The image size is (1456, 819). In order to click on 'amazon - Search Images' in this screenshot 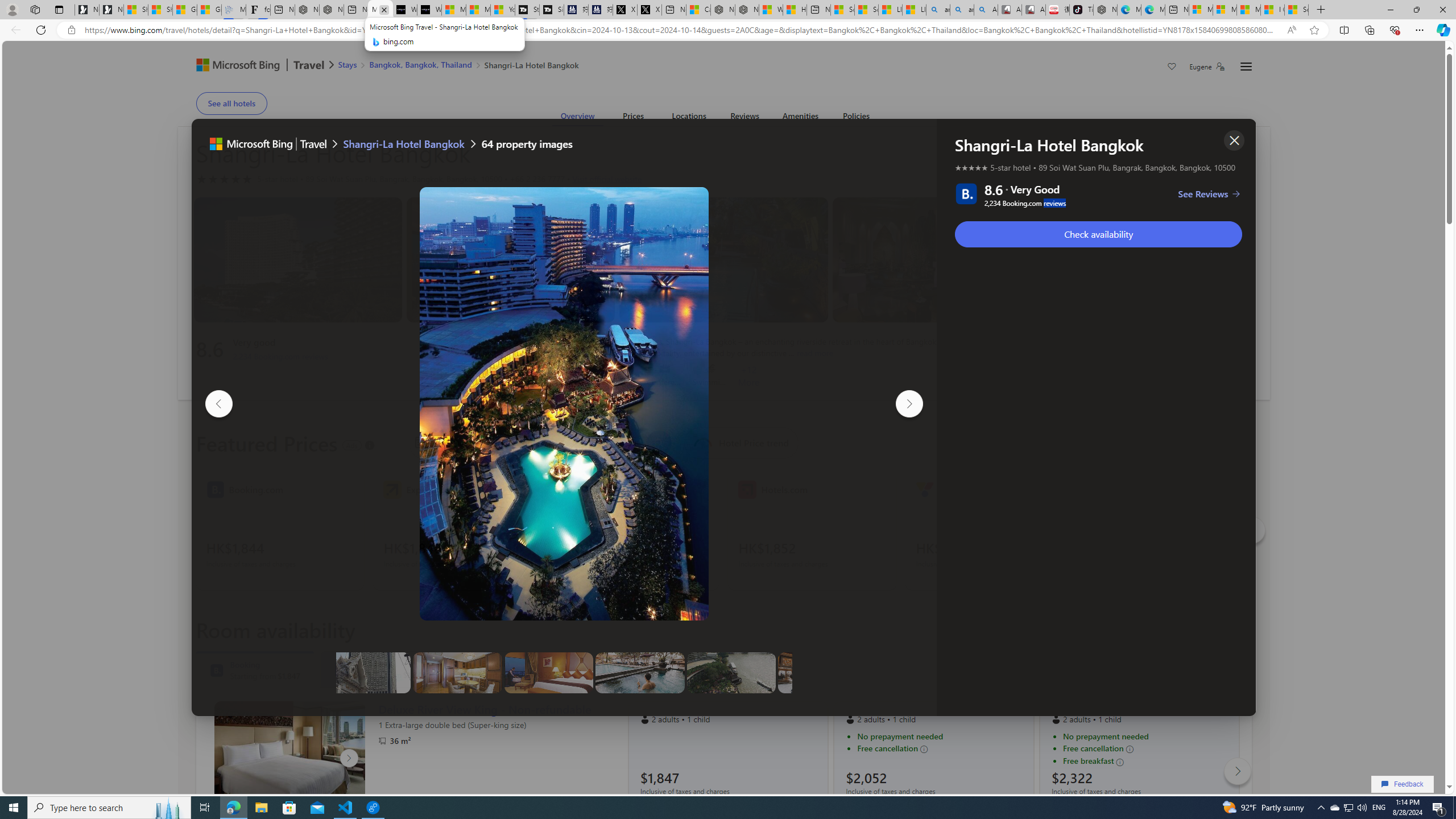, I will do `click(961, 9)`.